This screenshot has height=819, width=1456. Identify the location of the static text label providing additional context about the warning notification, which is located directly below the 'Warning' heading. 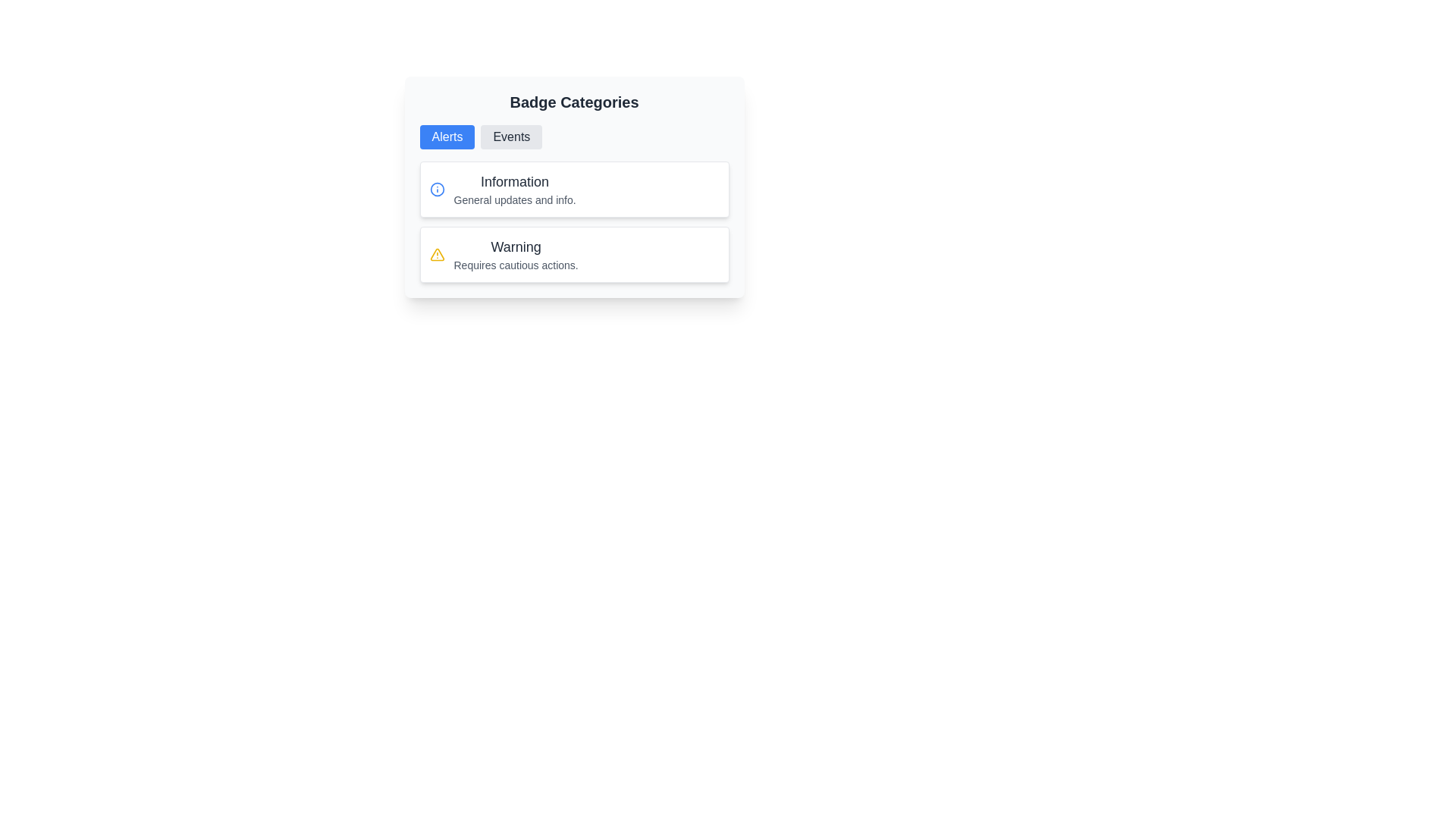
(516, 265).